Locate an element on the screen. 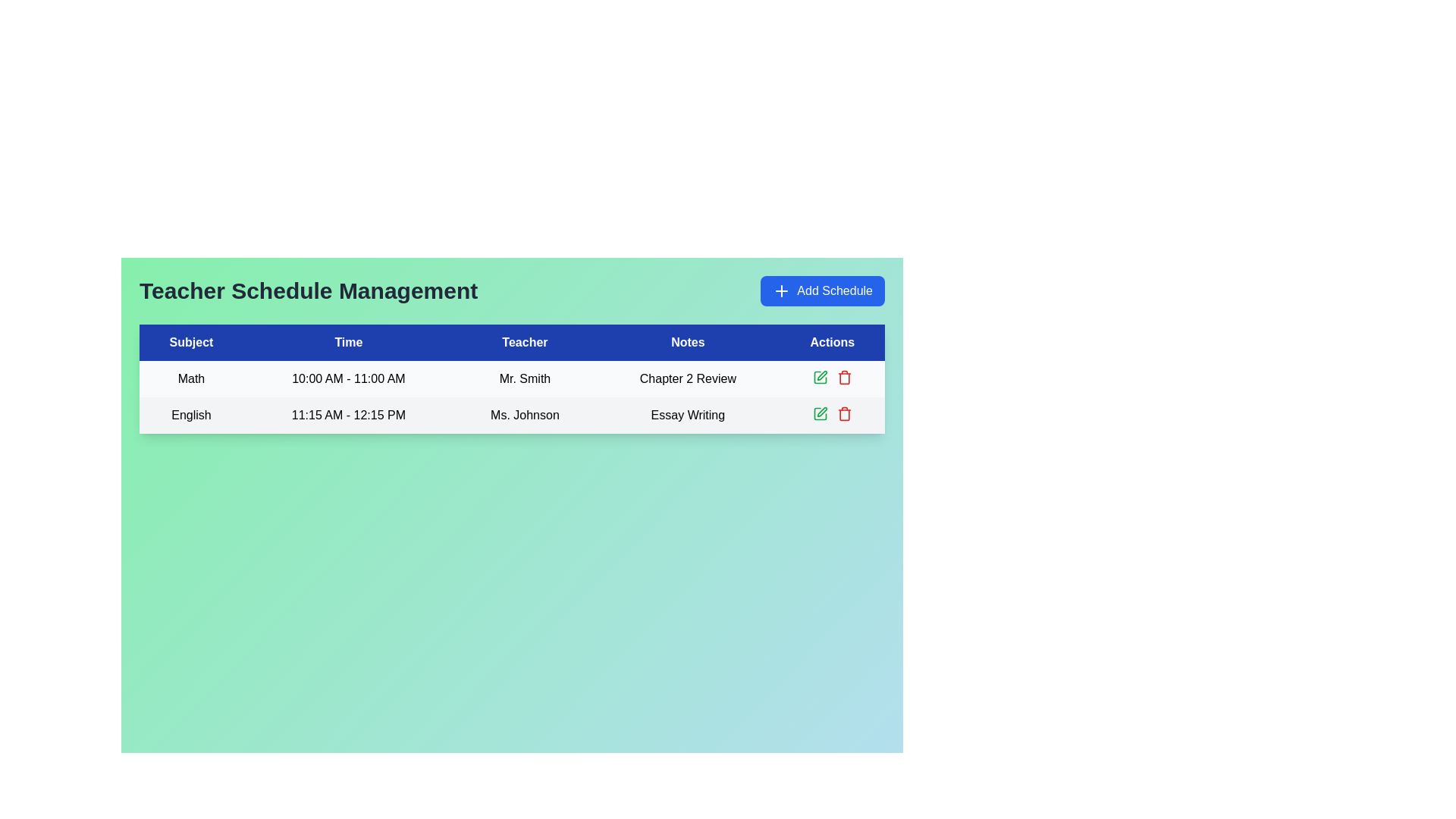 The image size is (1456, 819). the Text Label labeled 'Subject' which is styled in bold white text on a blue background, located at the top-left corner of the schedule management table is located at coordinates (190, 342).